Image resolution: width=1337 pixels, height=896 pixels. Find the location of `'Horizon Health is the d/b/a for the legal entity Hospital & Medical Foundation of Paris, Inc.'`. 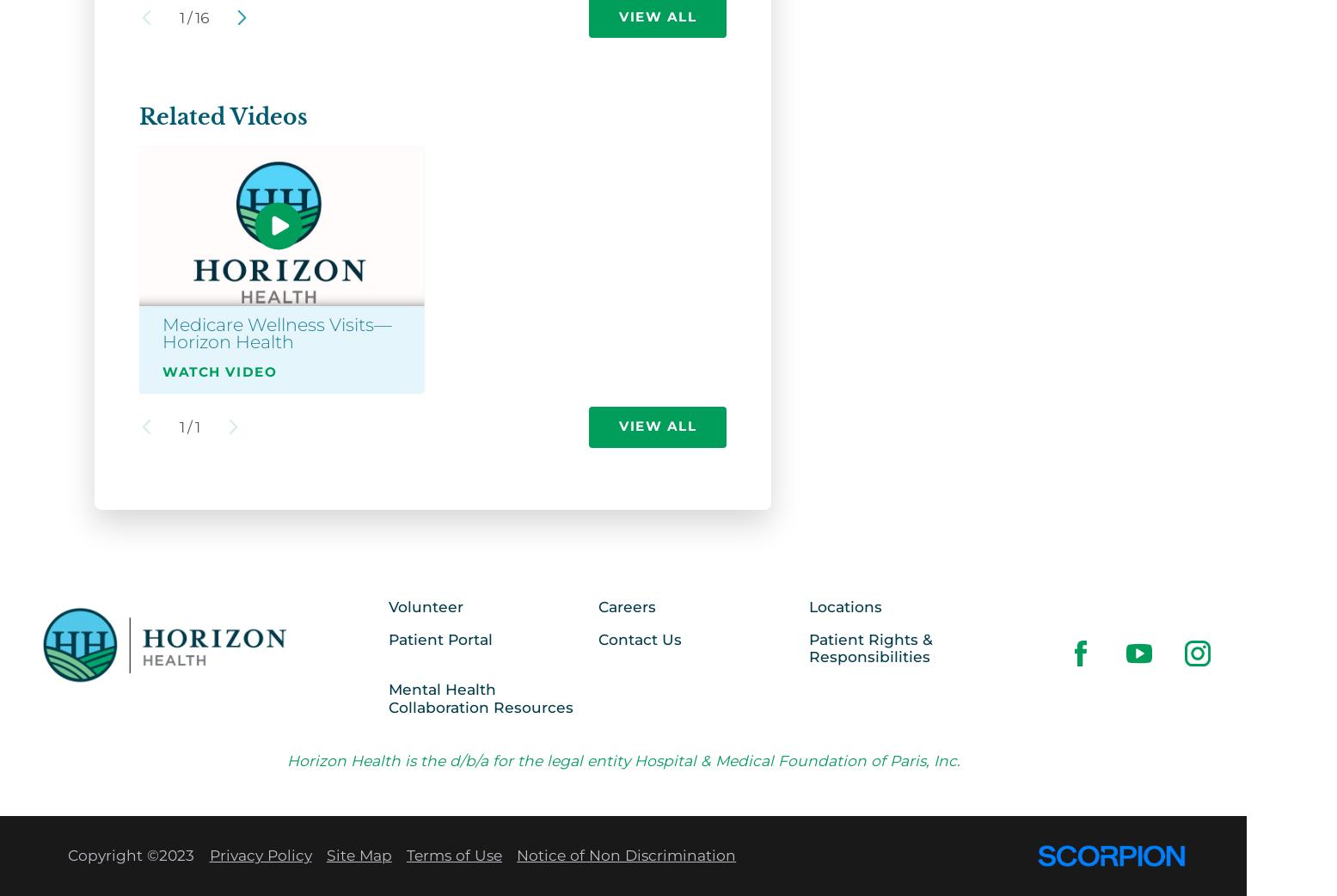

'Horizon Health is the d/b/a for the legal entity Hospital & Medical Foundation of Paris, Inc.' is located at coordinates (623, 758).